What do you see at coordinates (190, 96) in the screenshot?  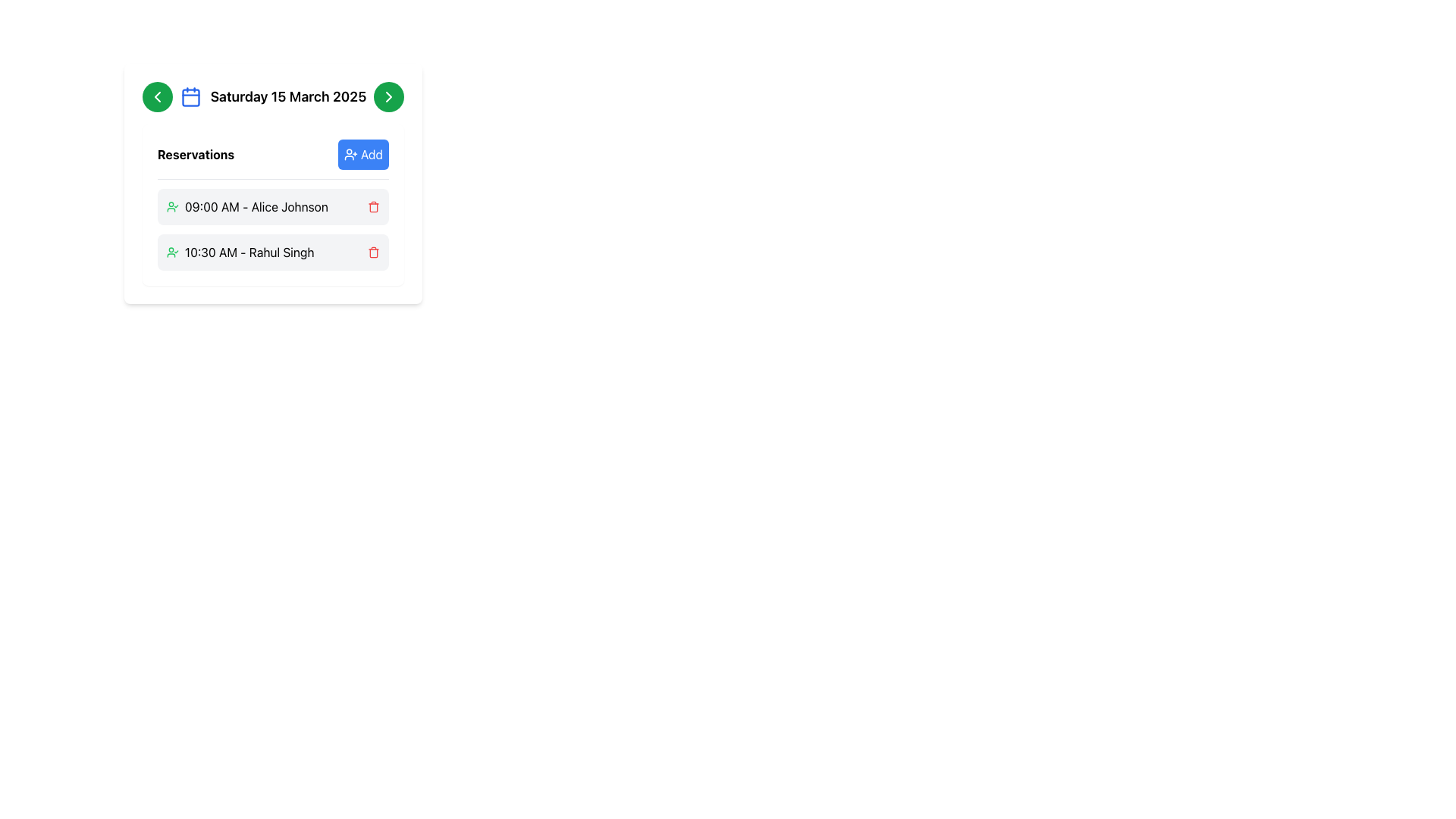 I see `the blue calendar icon located to the left of the date text 'Saturday 15 March 2025' in the 'Reservations' panel` at bounding box center [190, 96].